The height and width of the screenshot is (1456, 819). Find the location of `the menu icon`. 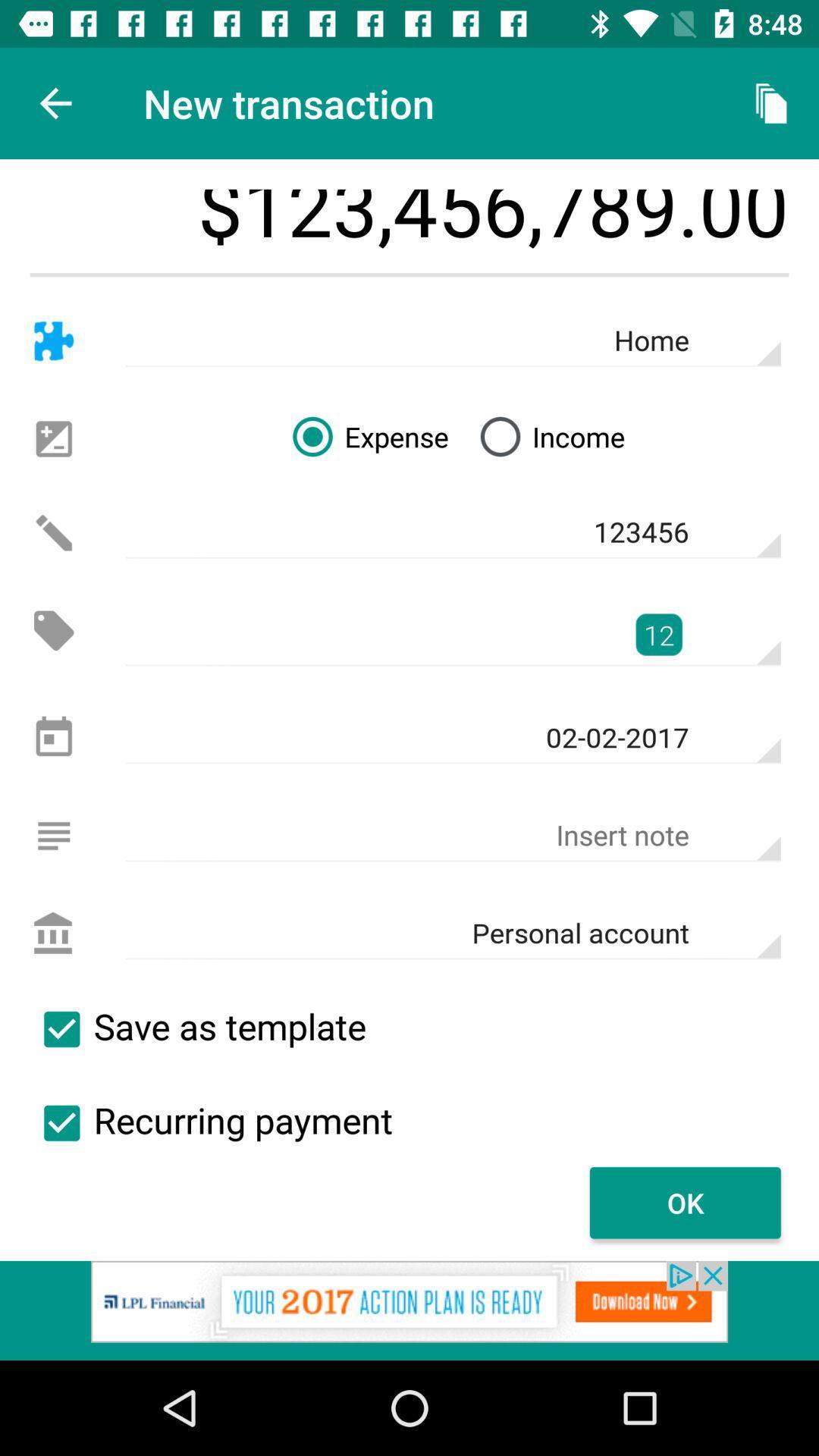

the menu icon is located at coordinates (53, 835).